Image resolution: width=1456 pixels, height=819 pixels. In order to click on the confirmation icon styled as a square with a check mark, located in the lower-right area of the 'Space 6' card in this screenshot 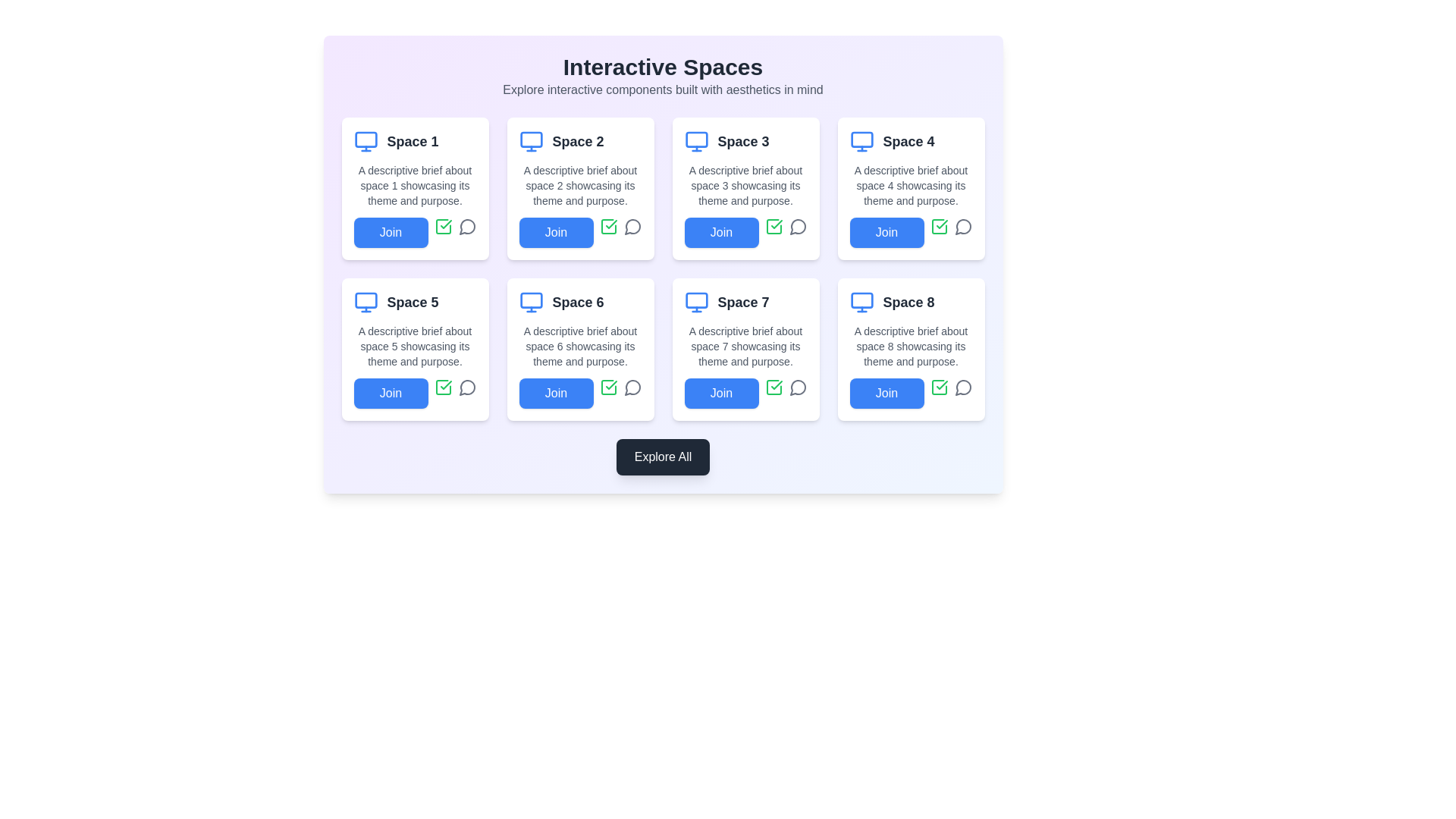, I will do `click(608, 386)`.